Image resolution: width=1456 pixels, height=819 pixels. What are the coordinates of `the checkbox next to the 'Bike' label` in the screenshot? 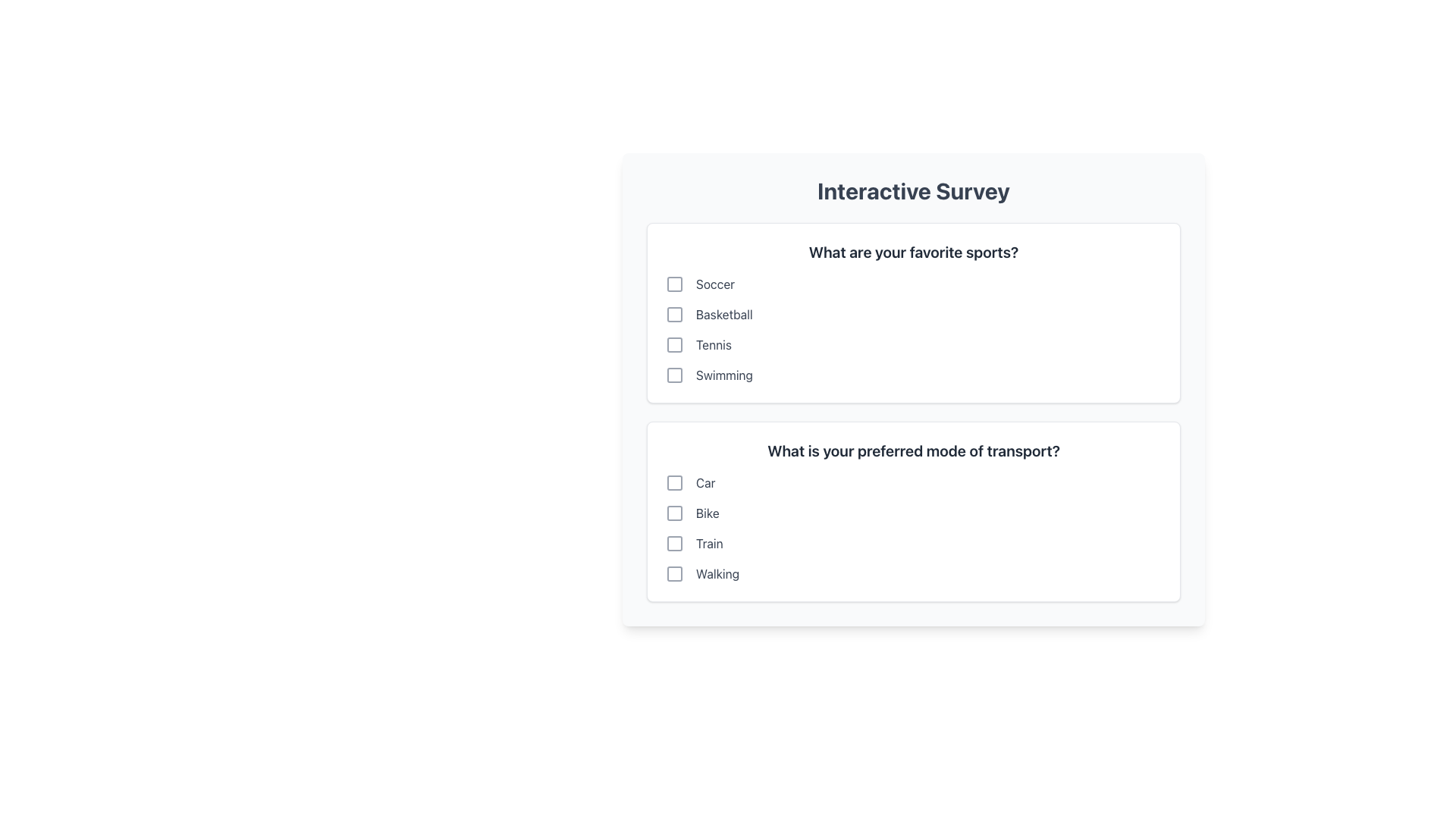 It's located at (673, 513).